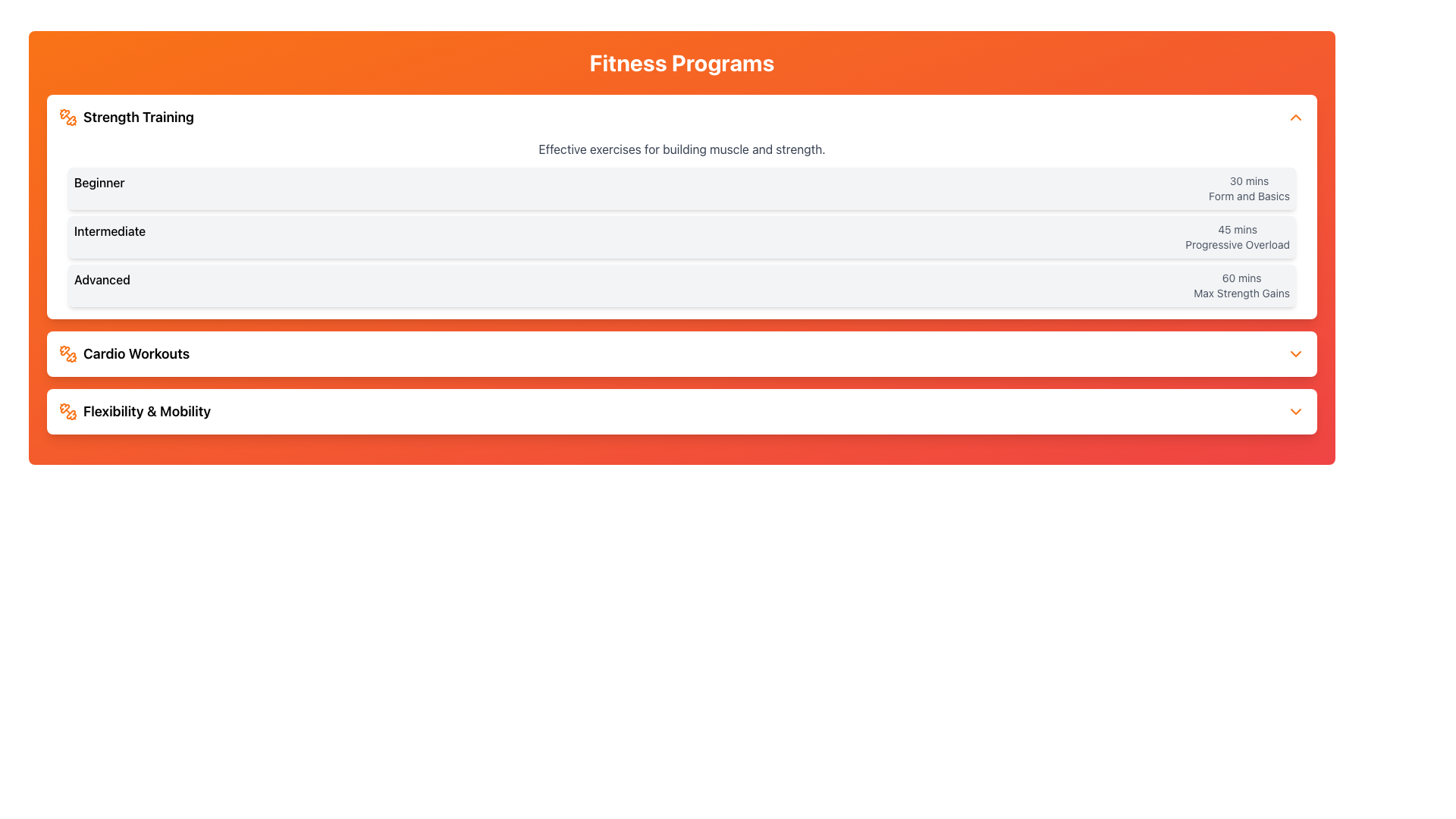 This screenshot has width=1456, height=819. Describe the element at coordinates (109, 237) in the screenshot. I see `the informational label indicating the intermediate level within the 'Strength Training' section, which is the second item in the list between 'Beginner' and 'Advanced'` at that location.